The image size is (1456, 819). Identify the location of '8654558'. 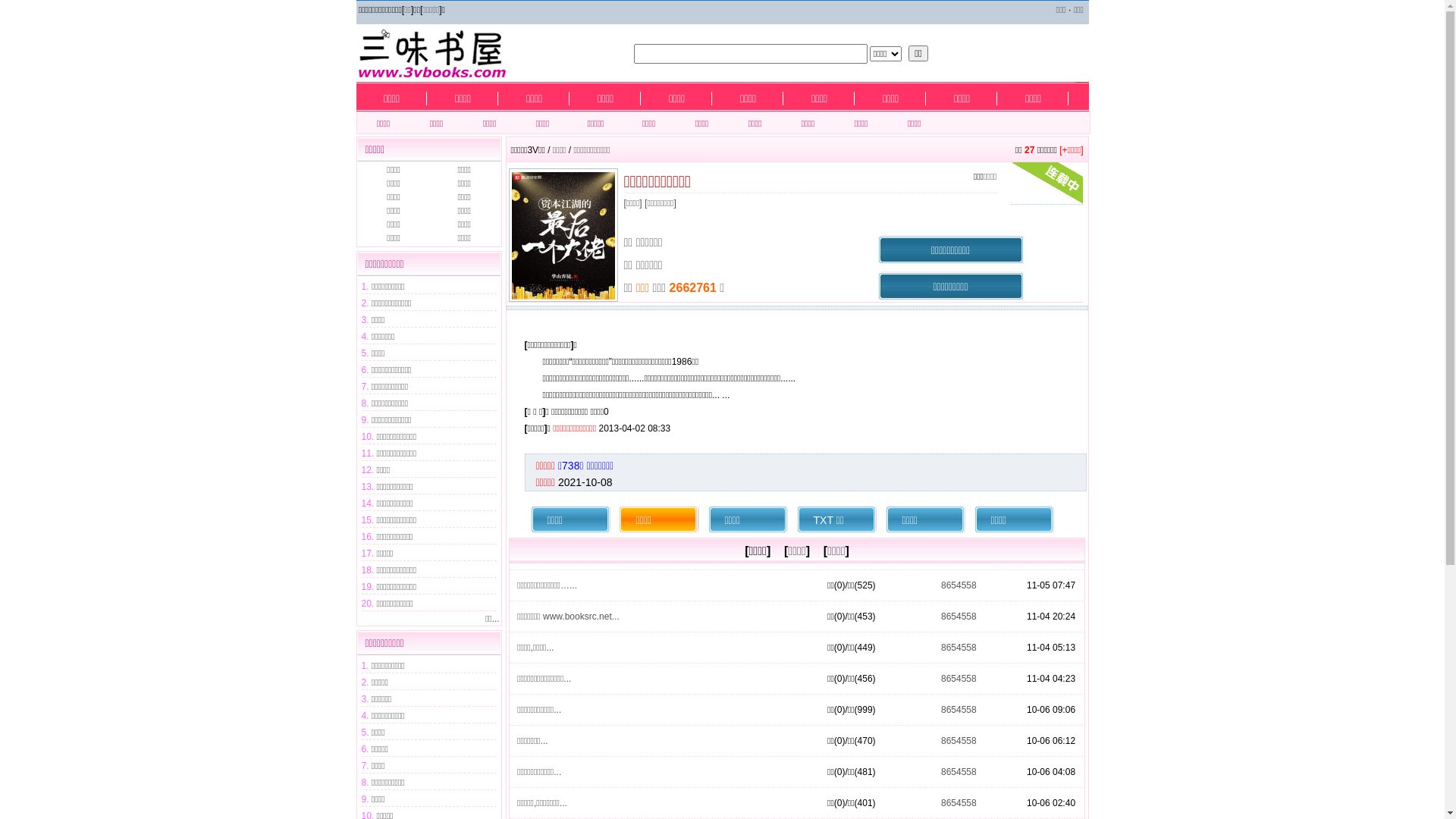
(958, 802).